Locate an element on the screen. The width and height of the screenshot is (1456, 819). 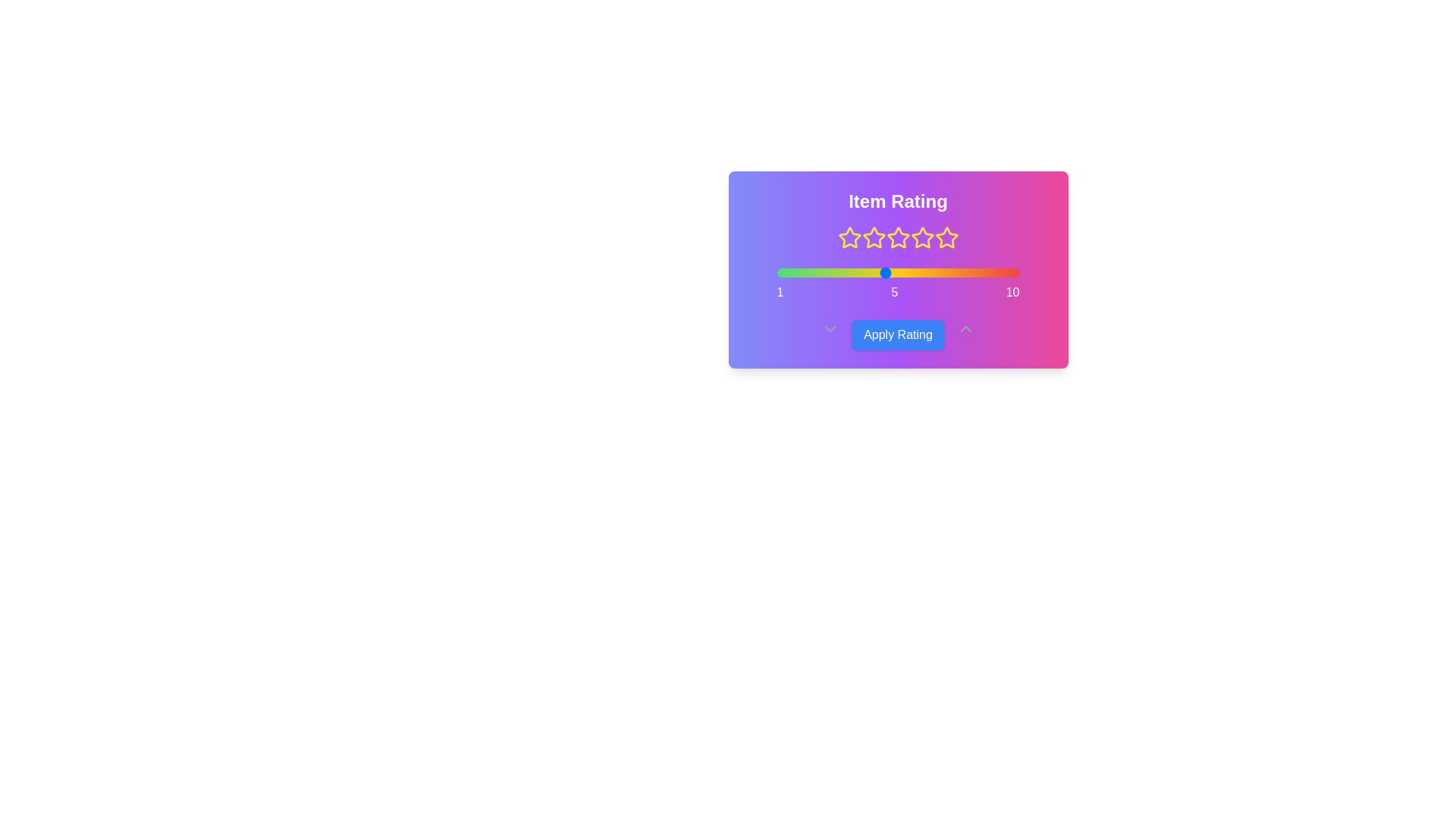
the slider to set the rating to 2 within the range of 1 to 10 is located at coordinates (803, 271).